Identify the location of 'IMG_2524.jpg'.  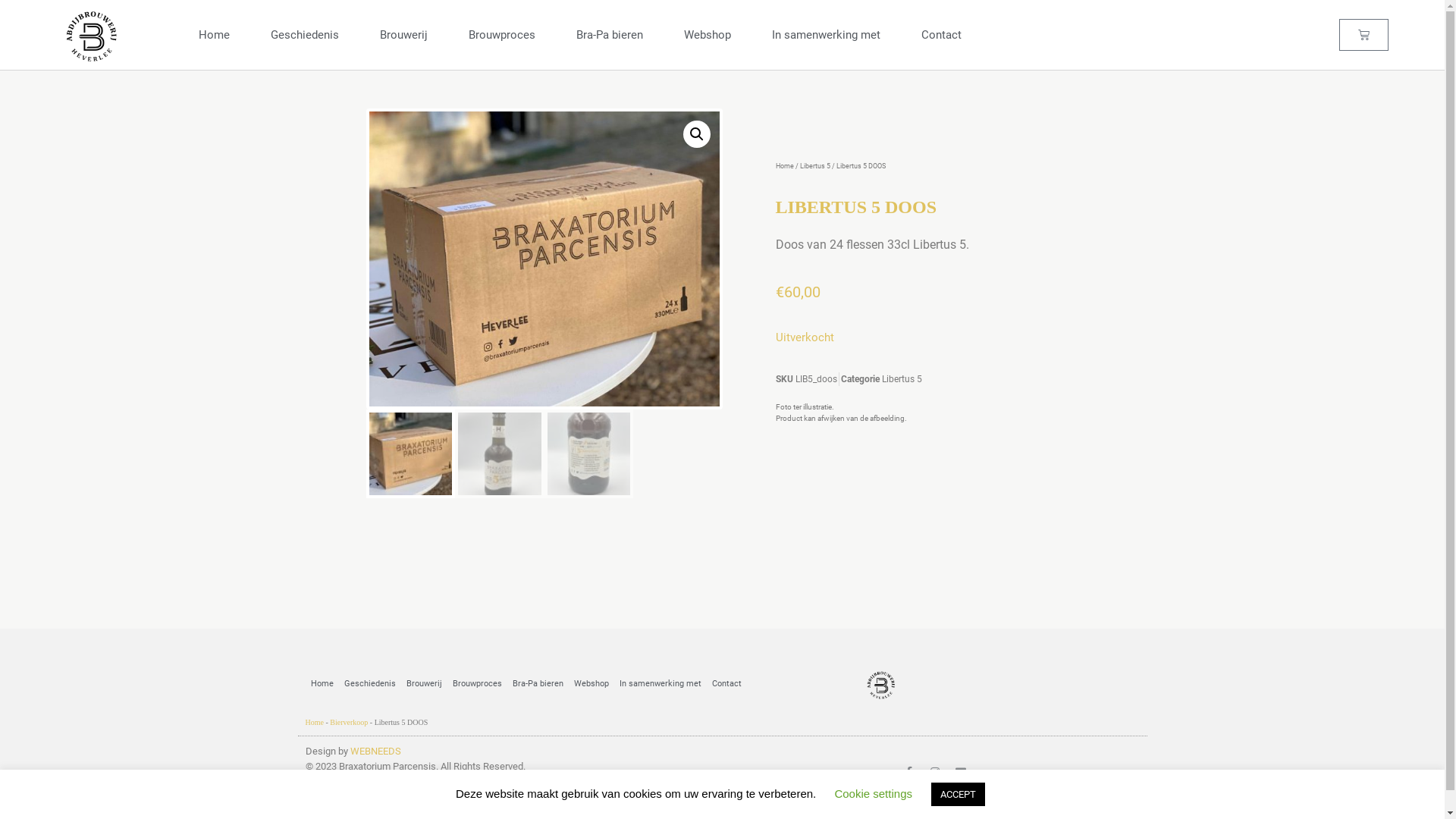
(894, 345).